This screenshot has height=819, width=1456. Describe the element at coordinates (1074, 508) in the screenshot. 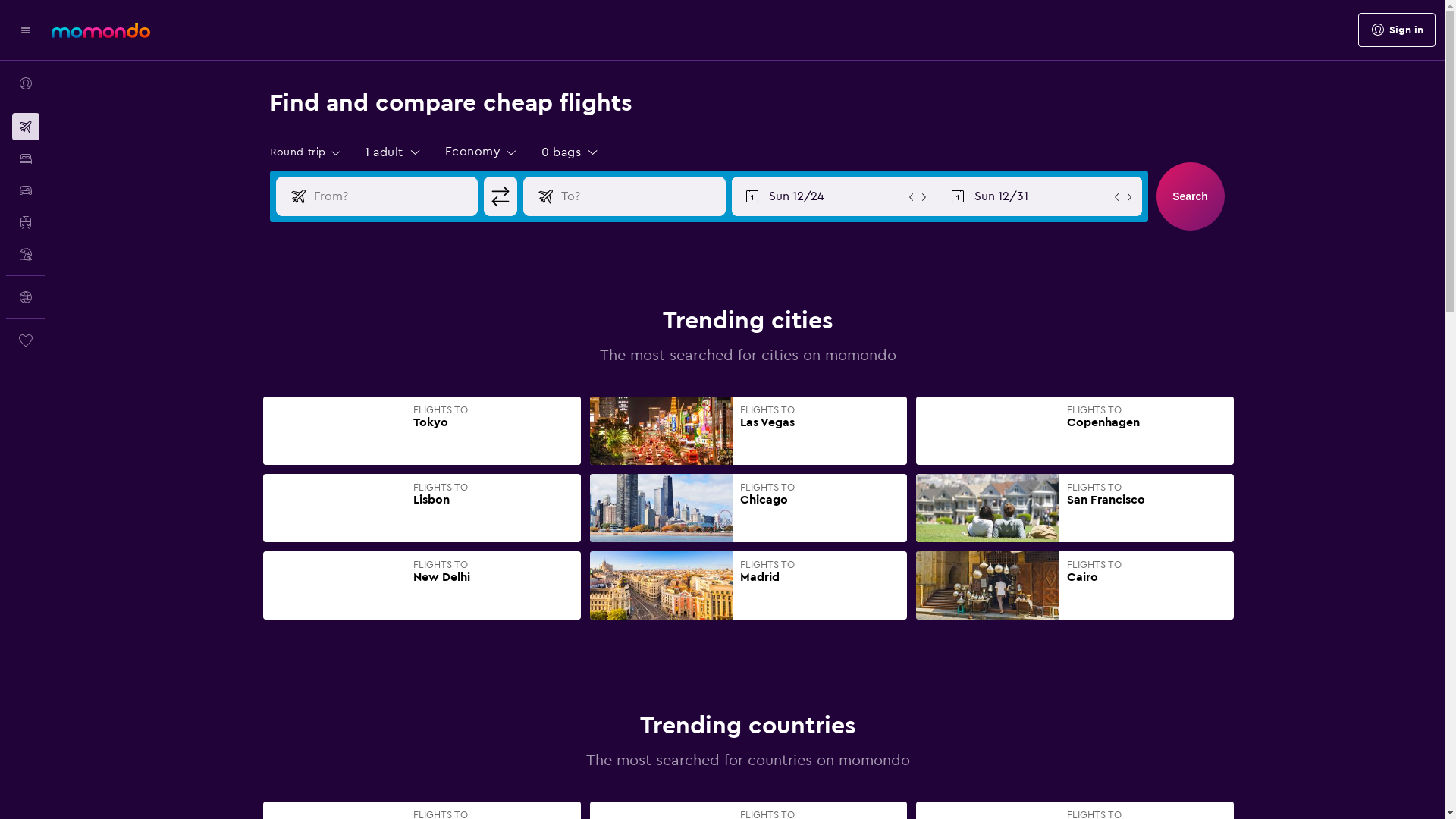

I see `'FLIGHTS TO` at that location.